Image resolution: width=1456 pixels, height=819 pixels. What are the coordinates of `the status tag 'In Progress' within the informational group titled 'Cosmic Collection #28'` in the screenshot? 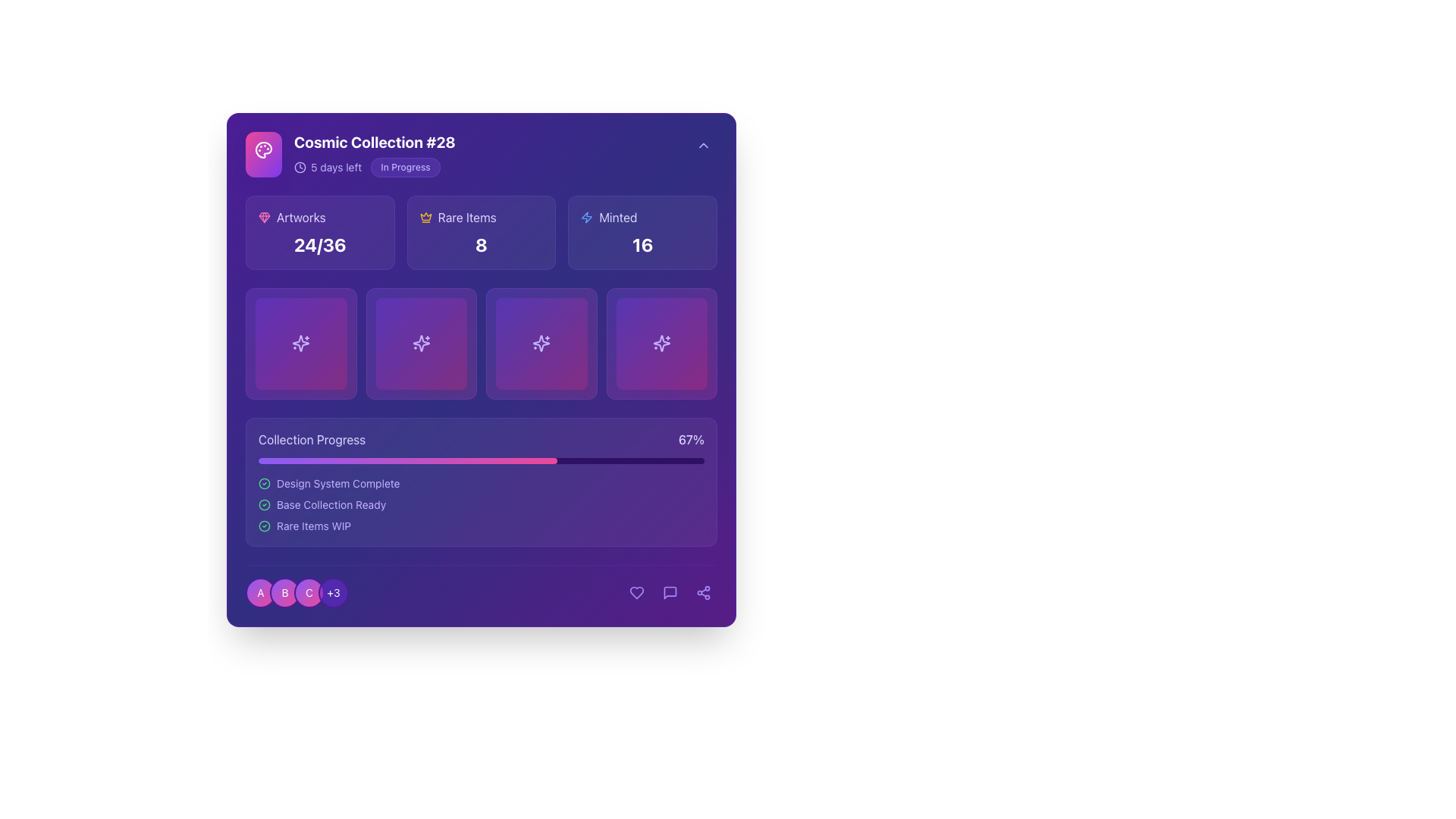 It's located at (375, 155).